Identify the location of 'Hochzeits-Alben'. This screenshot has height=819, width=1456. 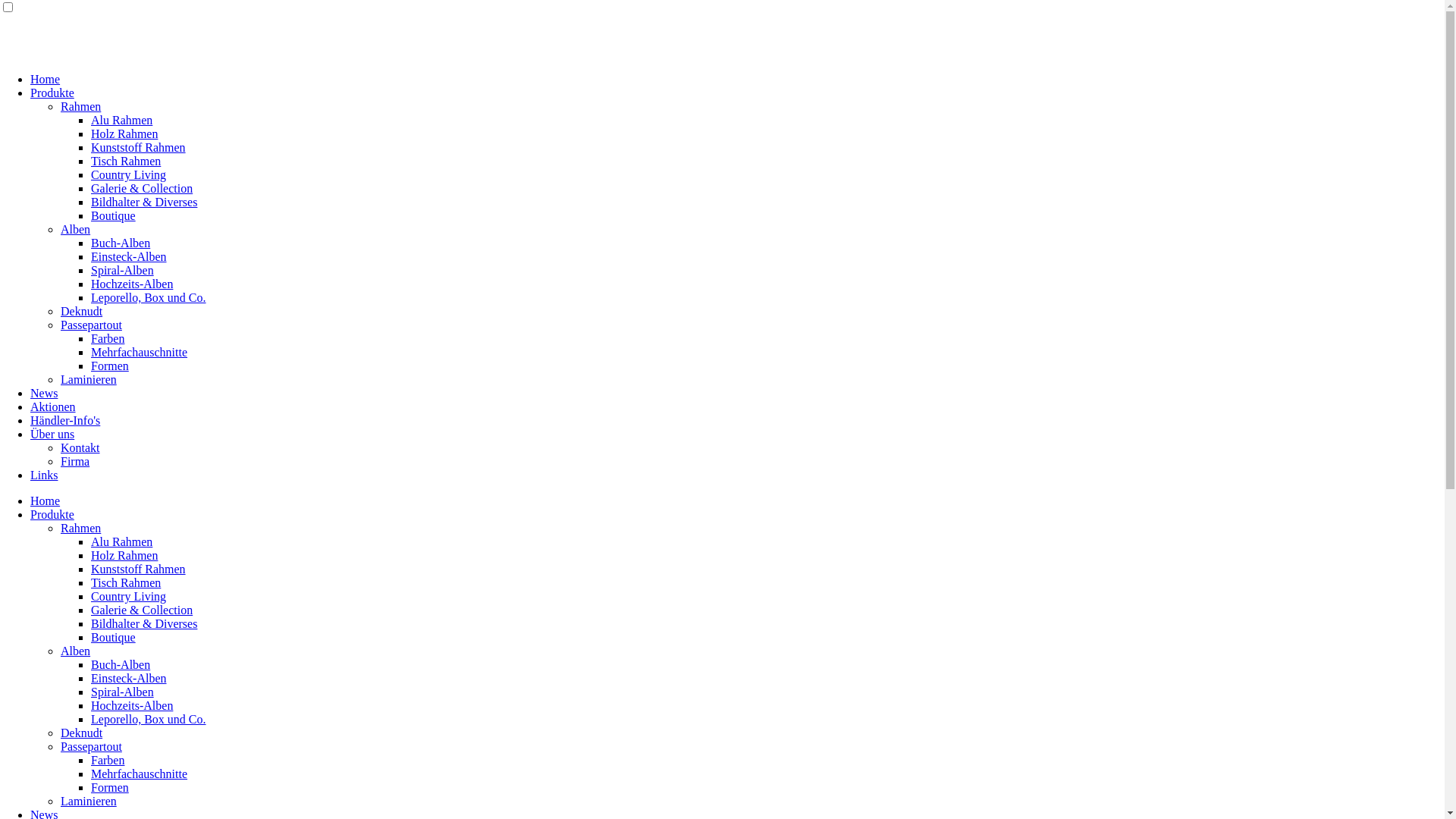
(131, 284).